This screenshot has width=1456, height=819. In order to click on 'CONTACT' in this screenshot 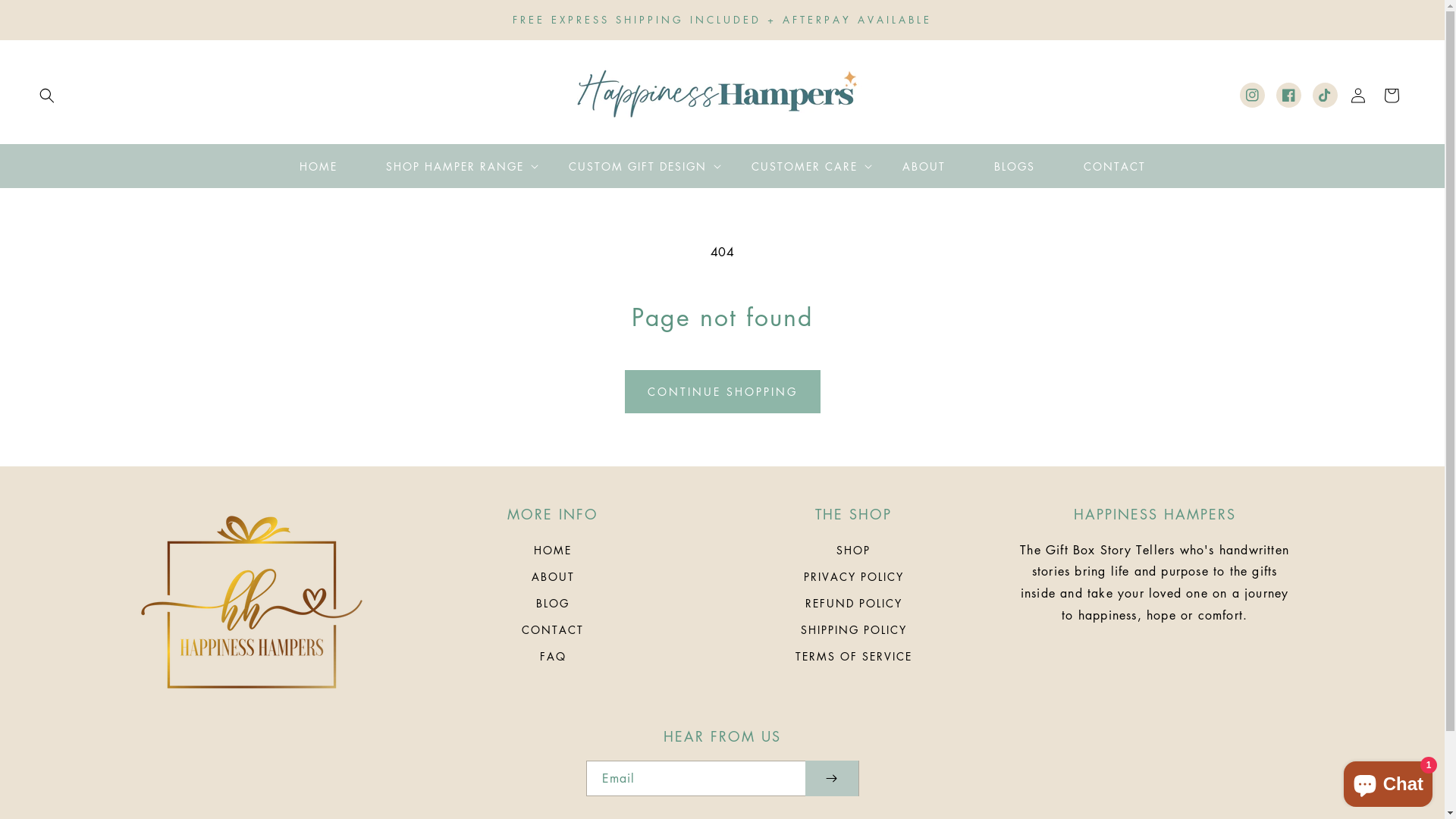, I will do `click(1058, 166)`.